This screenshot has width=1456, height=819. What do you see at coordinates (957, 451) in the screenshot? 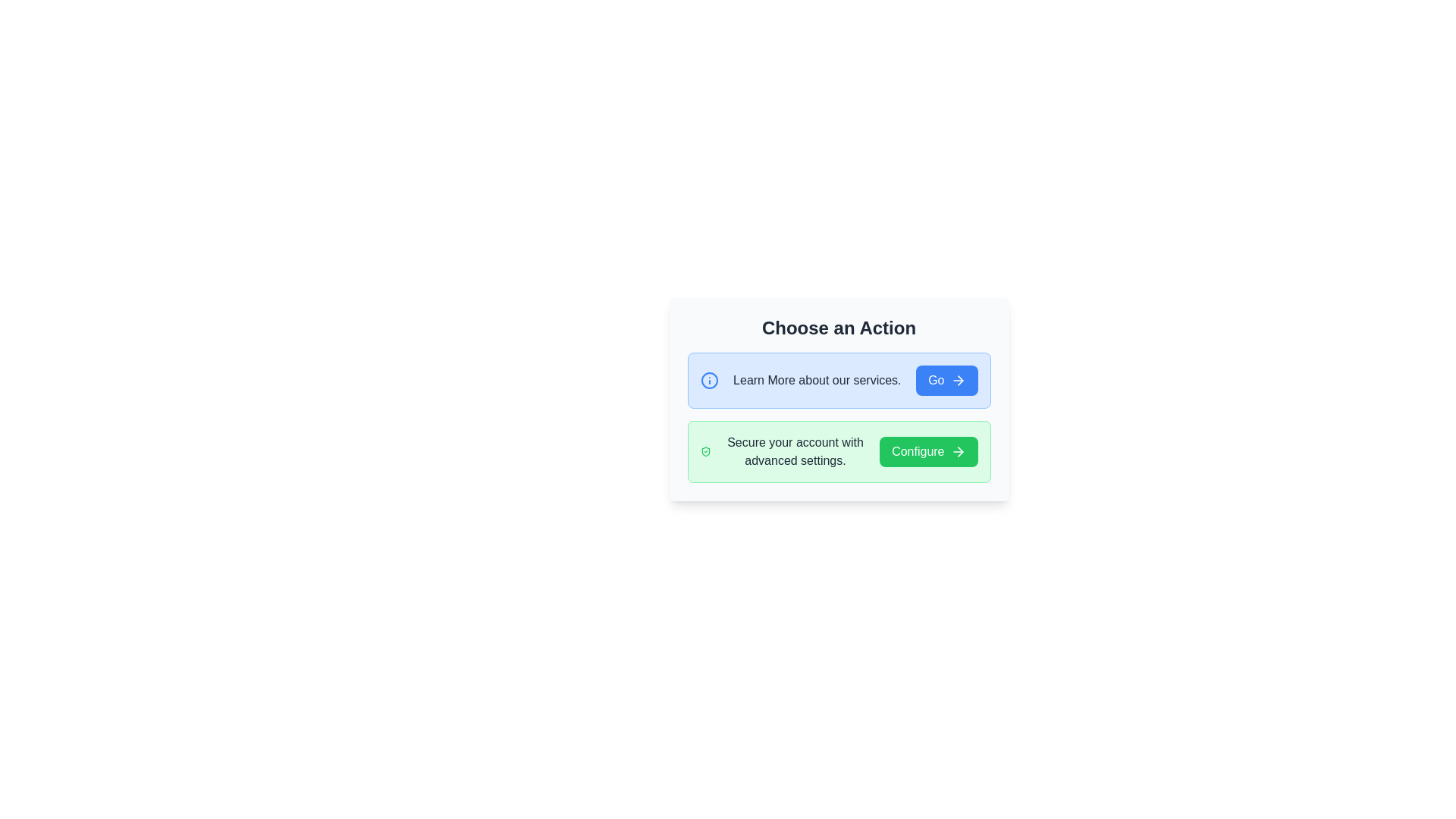
I see `the arrow icon inside the green 'Configure' button, which is located in the second row of the card layout` at bounding box center [957, 451].